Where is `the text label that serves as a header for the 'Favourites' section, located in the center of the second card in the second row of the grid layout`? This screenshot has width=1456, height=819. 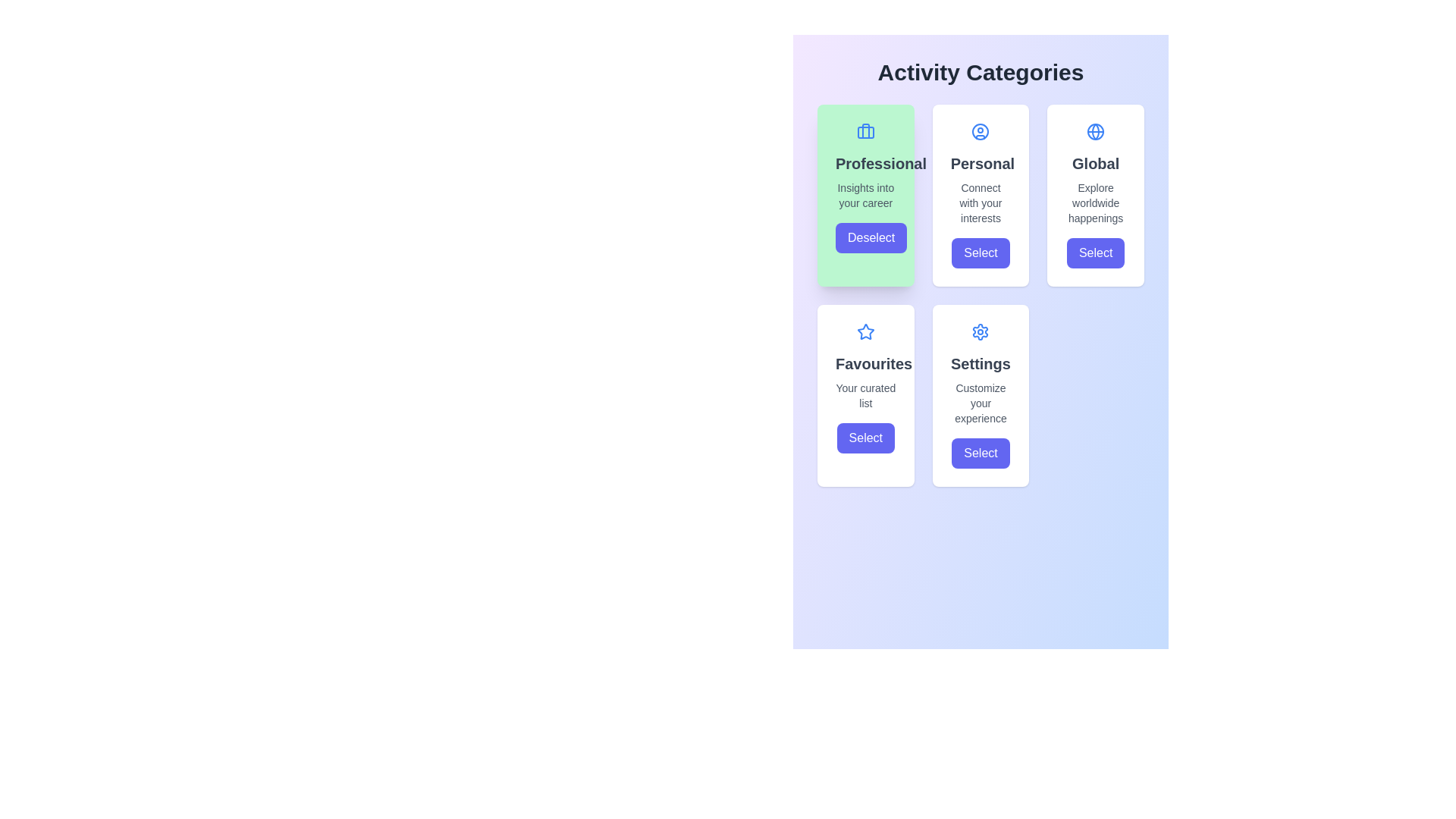 the text label that serves as a header for the 'Favourites' section, located in the center of the second card in the second row of the grid layout is located at coordinates (865, 363).